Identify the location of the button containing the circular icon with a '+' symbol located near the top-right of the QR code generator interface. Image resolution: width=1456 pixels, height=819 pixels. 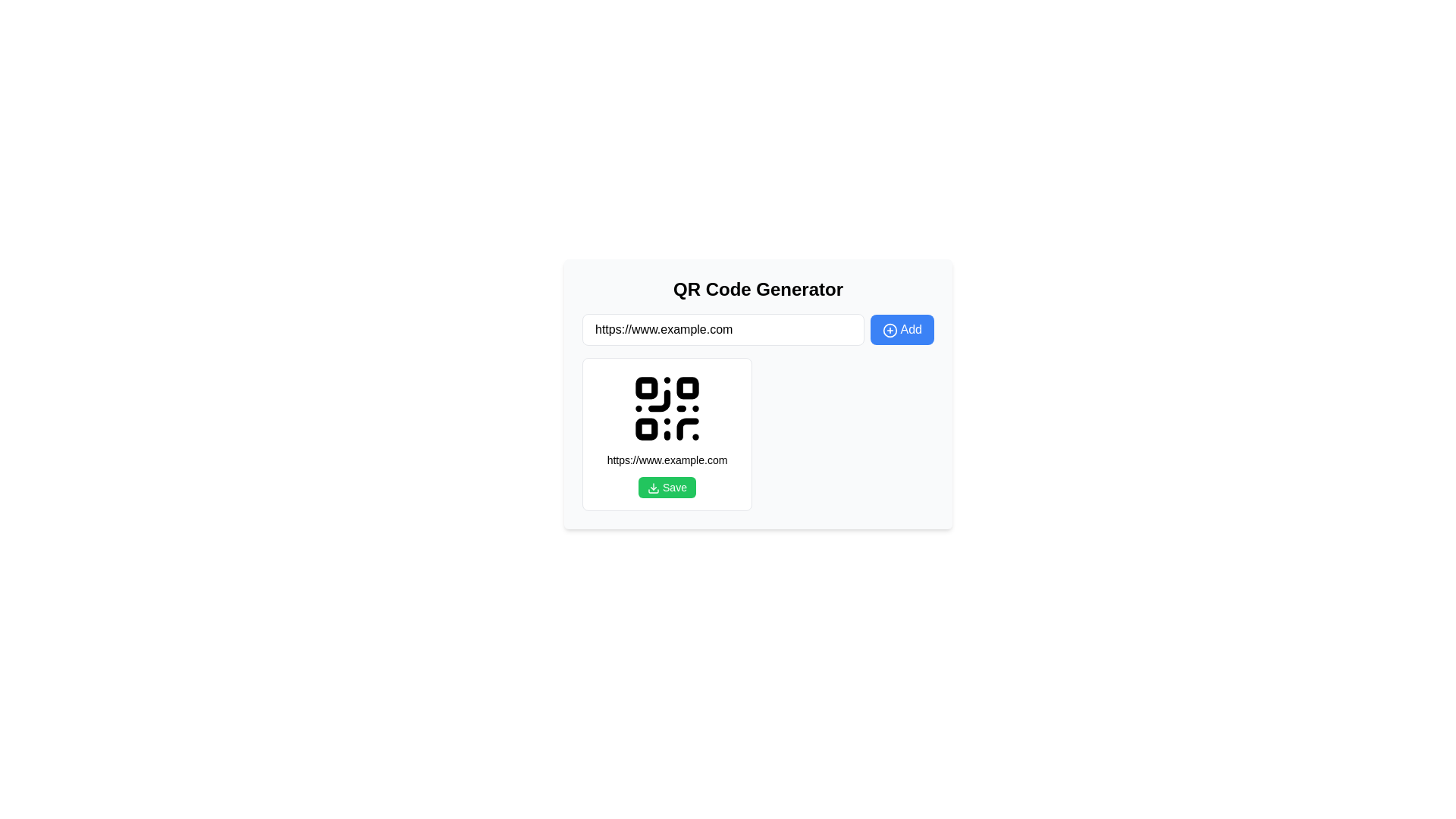
(890, 329).